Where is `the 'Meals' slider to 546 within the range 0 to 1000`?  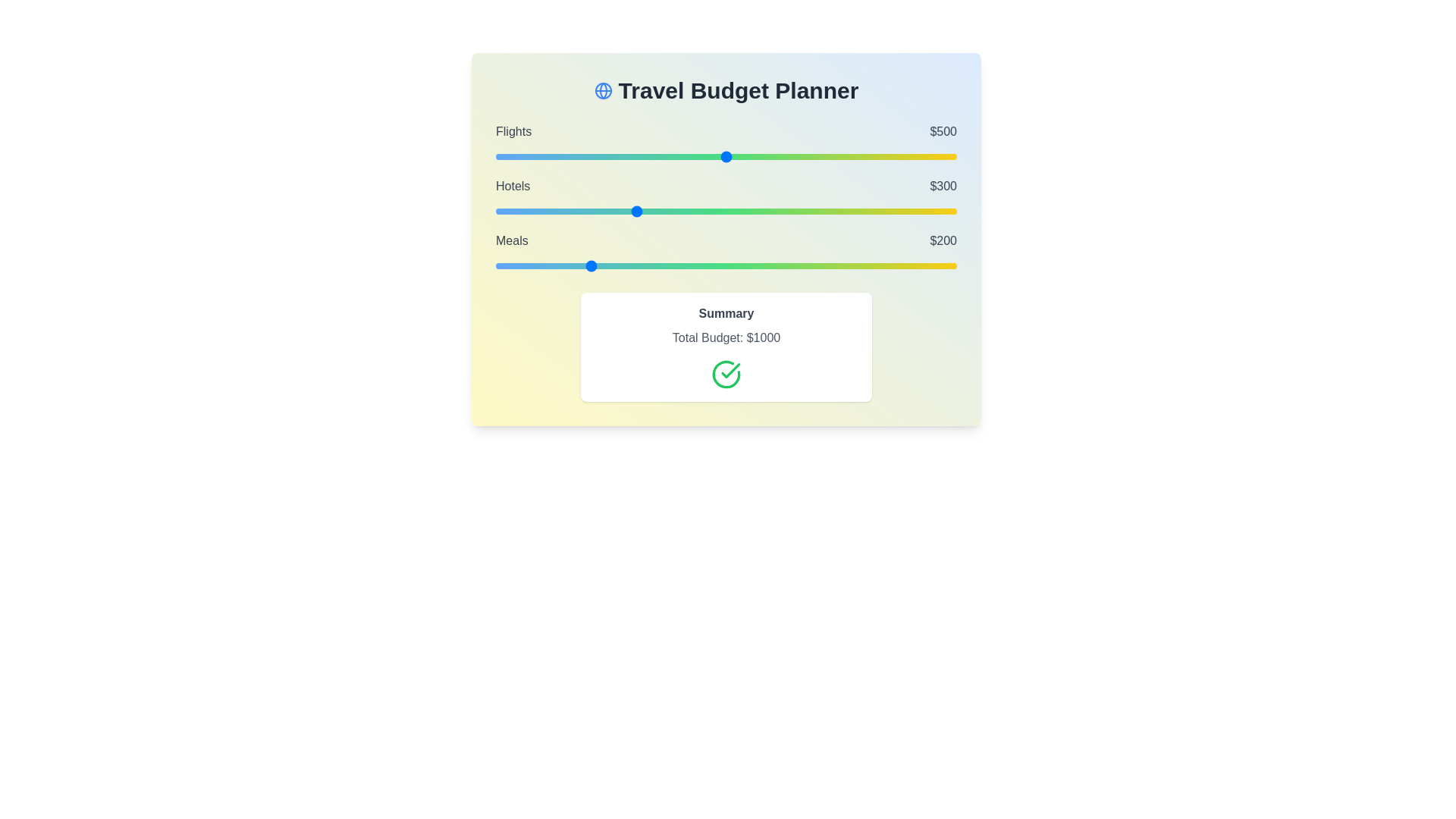 the 'Meals' slider to 546 within the range 0 to 1000 is located at coordinates (747, 265).